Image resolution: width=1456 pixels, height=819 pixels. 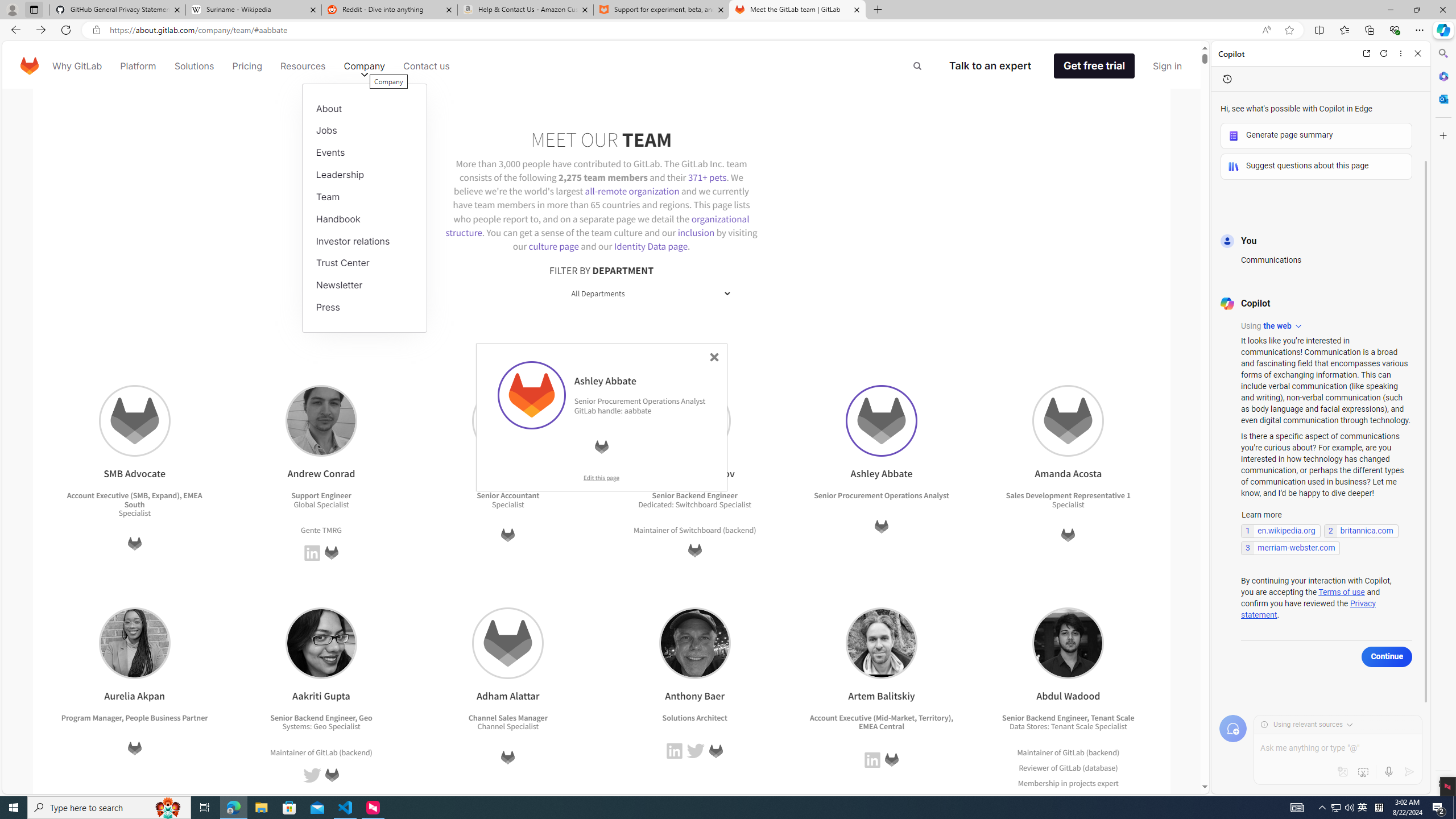 What do you see at coordinates (695, 529) in the screenshot?
I see `'Maintainer of Switchboard (backend)'` at bounding box center [695, 529].